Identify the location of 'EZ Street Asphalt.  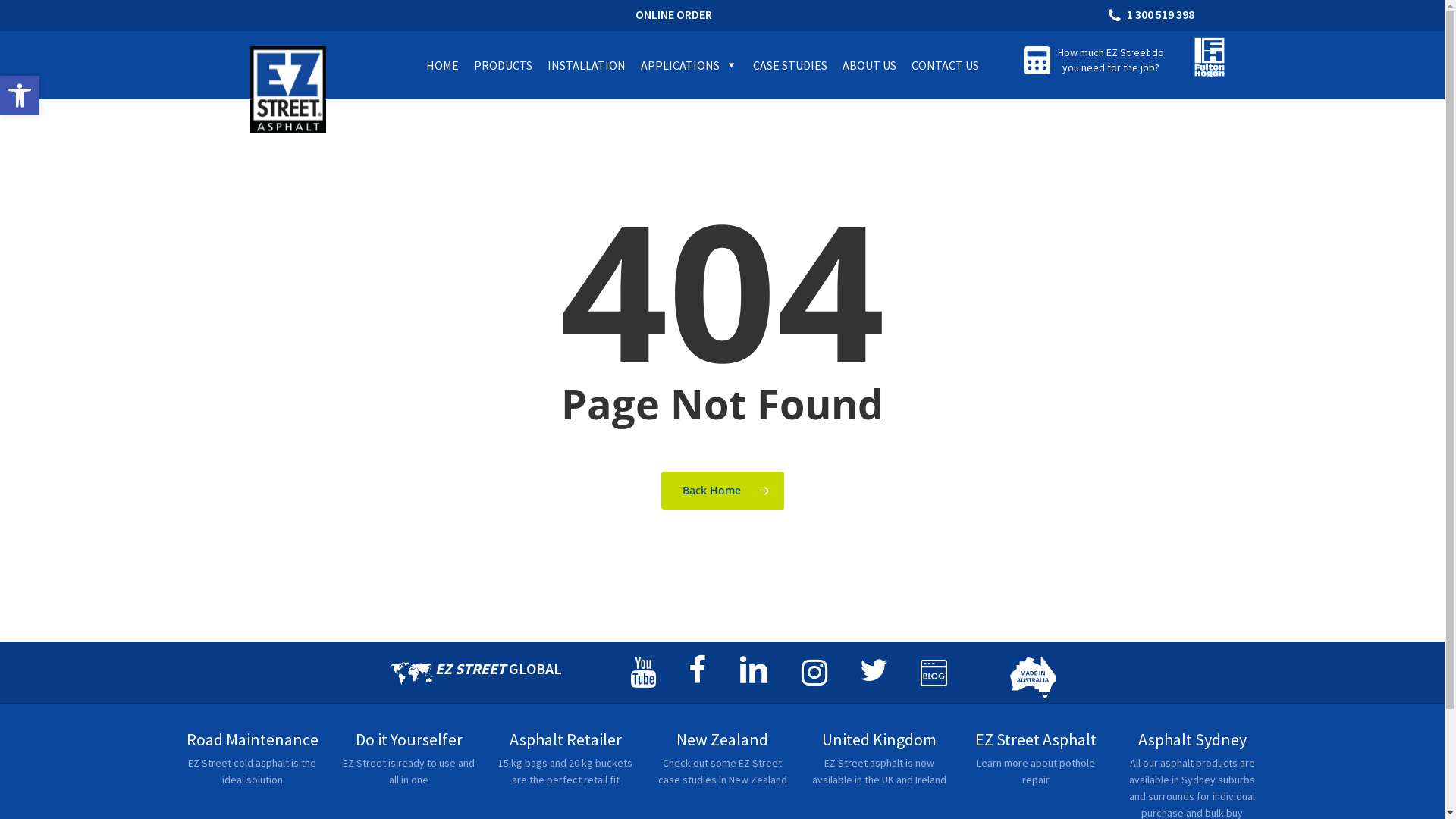
(1034, 766).